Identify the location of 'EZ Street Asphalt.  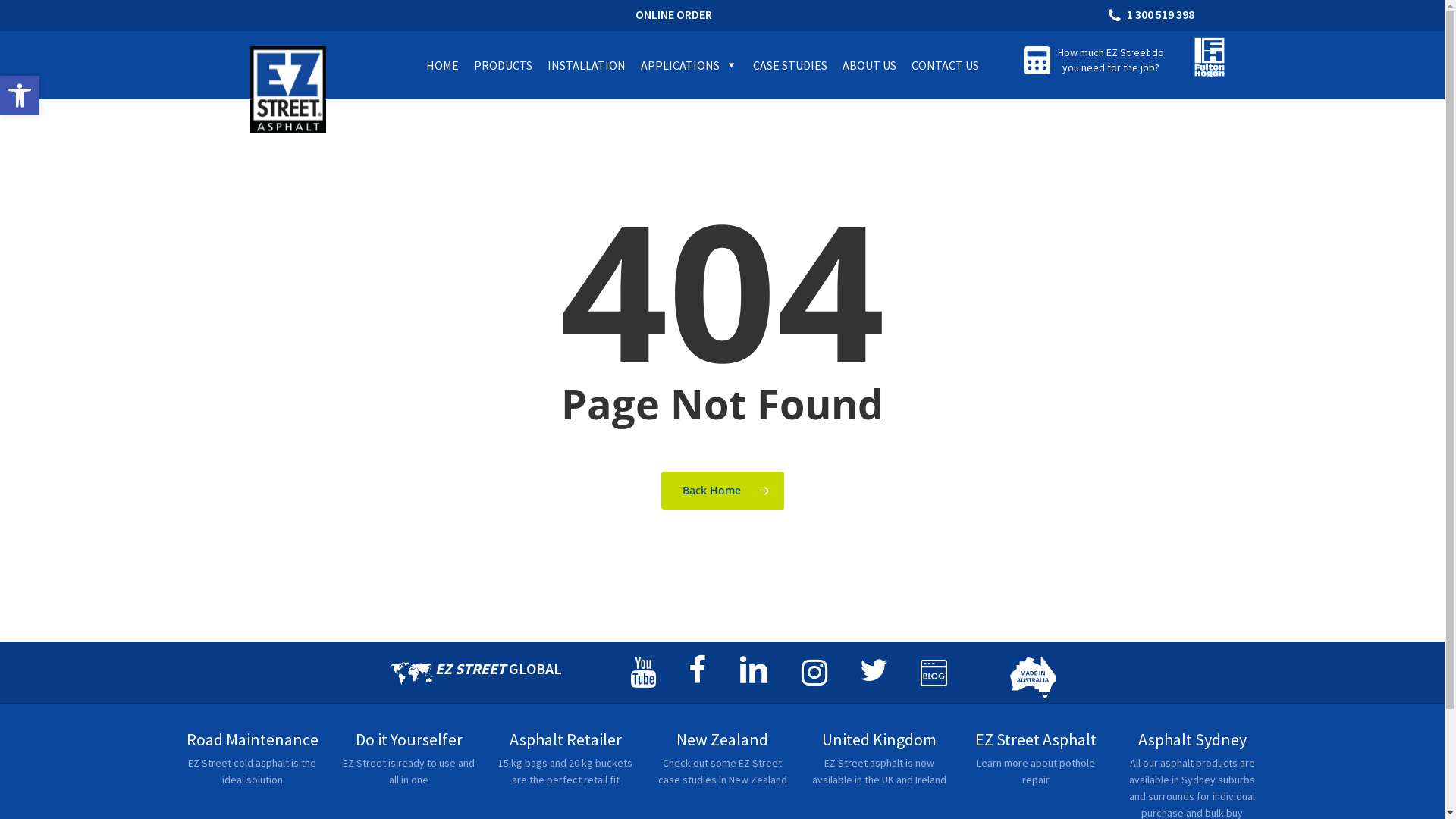
(1034, 766).